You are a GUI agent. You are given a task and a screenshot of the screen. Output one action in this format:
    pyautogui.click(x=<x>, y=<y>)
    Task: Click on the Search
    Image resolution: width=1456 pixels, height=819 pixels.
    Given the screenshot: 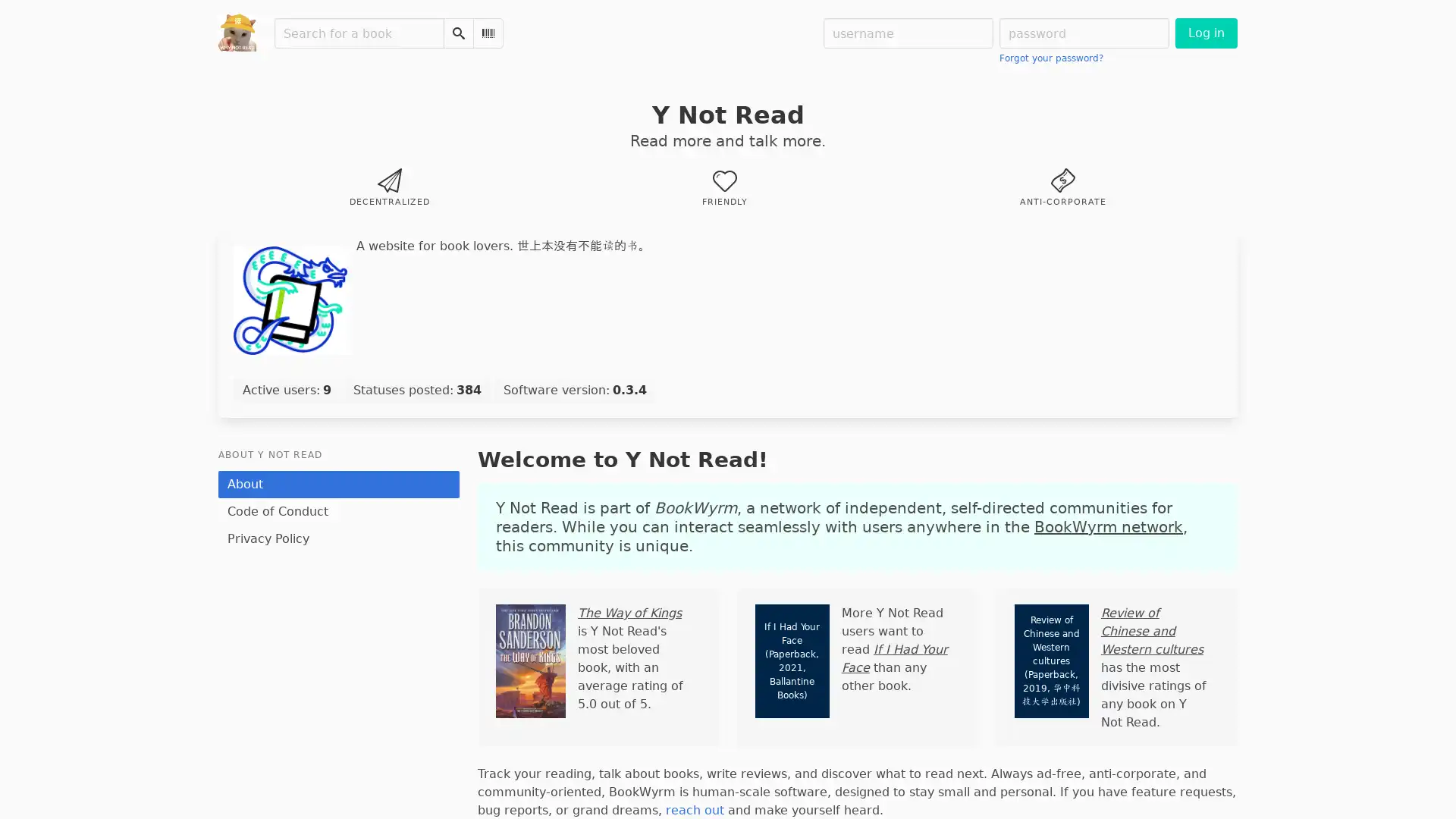 What is the action you would take?
    pyautogui.click(x=457, y=33)
    